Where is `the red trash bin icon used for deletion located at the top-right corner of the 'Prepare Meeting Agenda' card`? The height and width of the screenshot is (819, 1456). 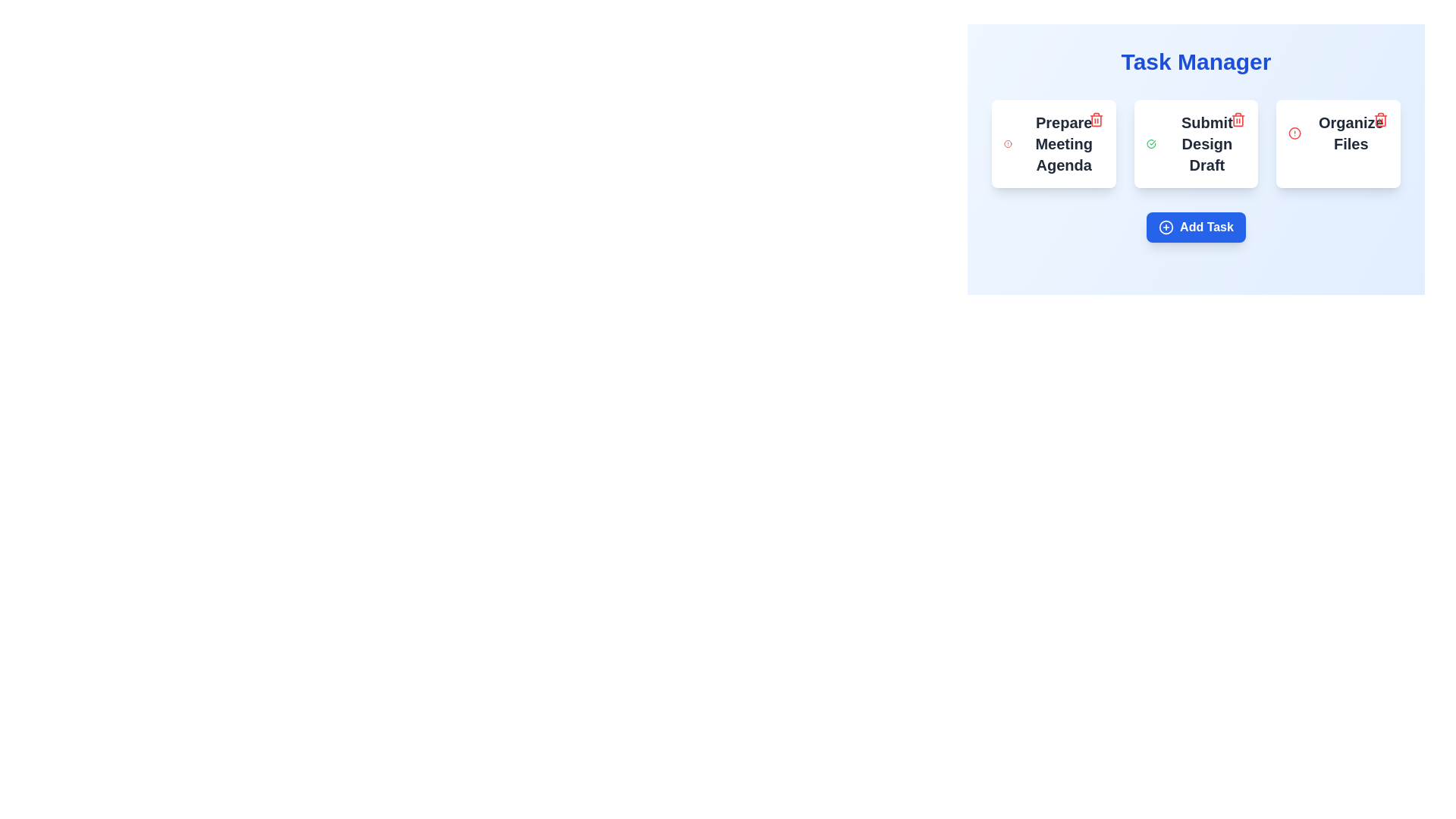
the red trash bin icon used for deletion located at the top-right corner of the 'Prepare Meeting Agenda' card is located at coordinates (1096, 120).